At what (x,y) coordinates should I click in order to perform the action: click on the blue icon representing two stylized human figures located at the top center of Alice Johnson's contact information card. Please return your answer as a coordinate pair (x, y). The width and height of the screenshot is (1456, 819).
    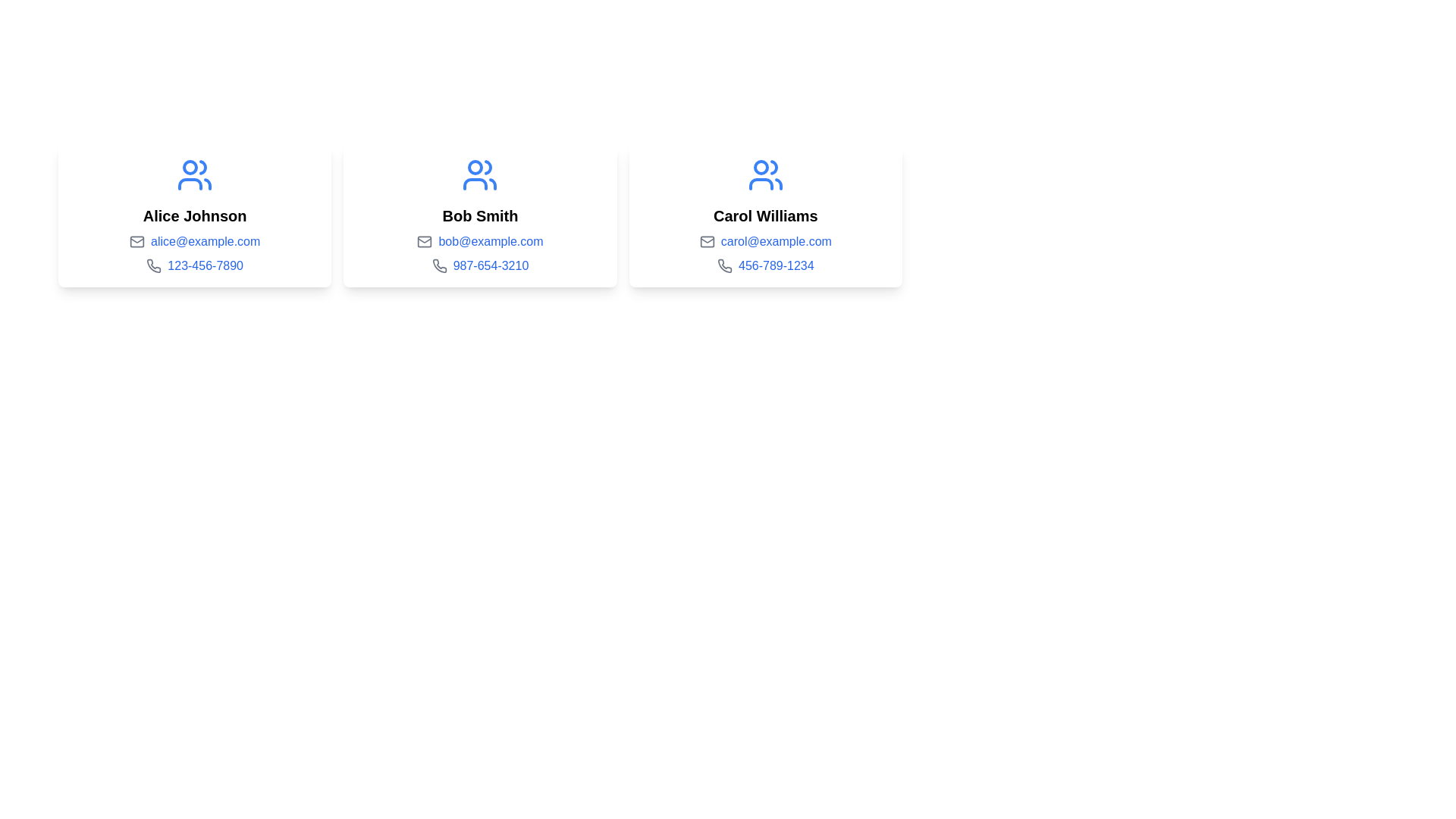
    Looking at the image, I should click on (194, 174).